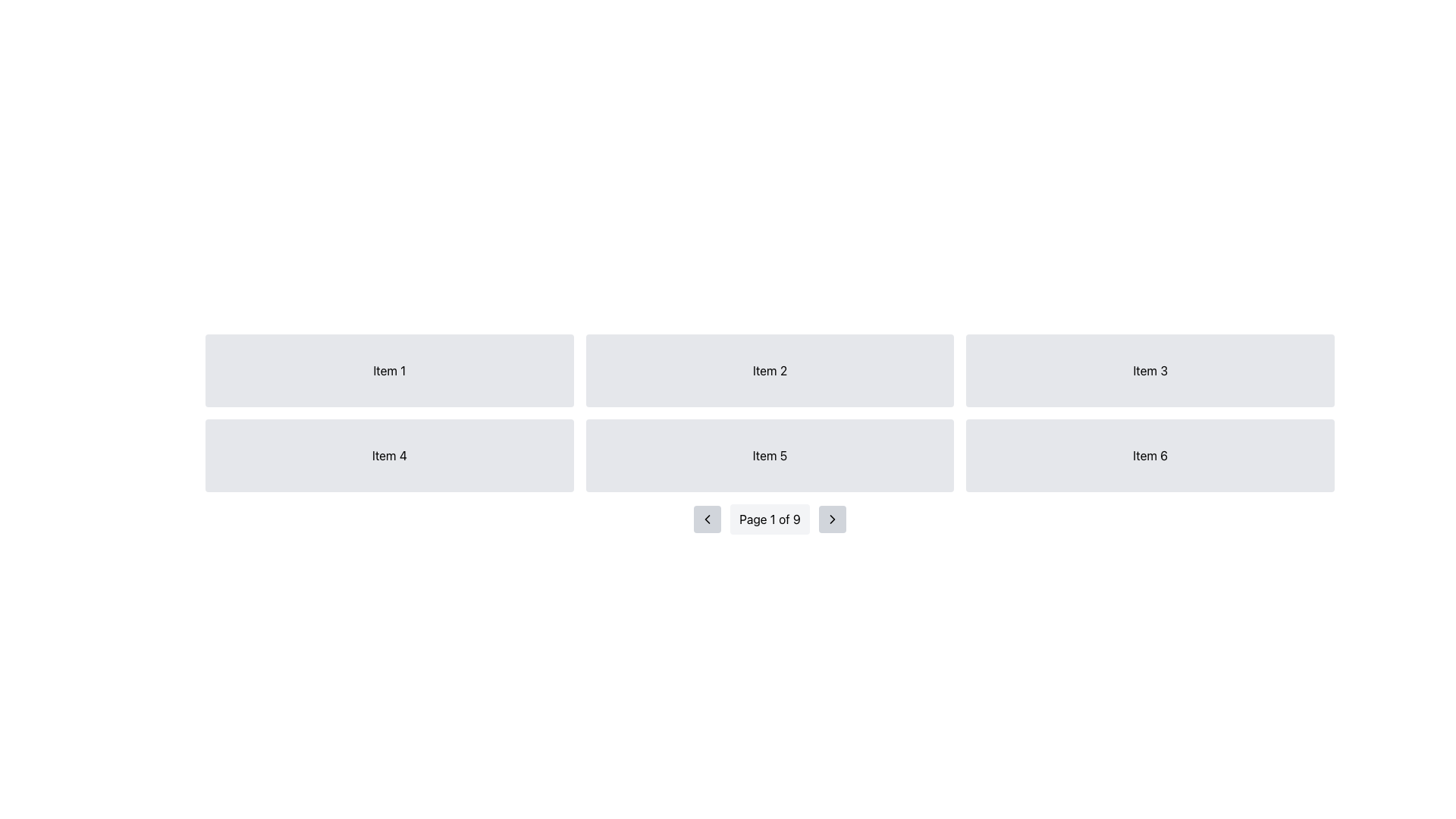 The width and height of the screenshot is (1456, 819). What do you see at coordinates (831, 519) in the screenshot?
I see `the 'next' navigation arrow icon located in the pagination controls at the bottom-center of the interface` at bounding box center [831, 519].